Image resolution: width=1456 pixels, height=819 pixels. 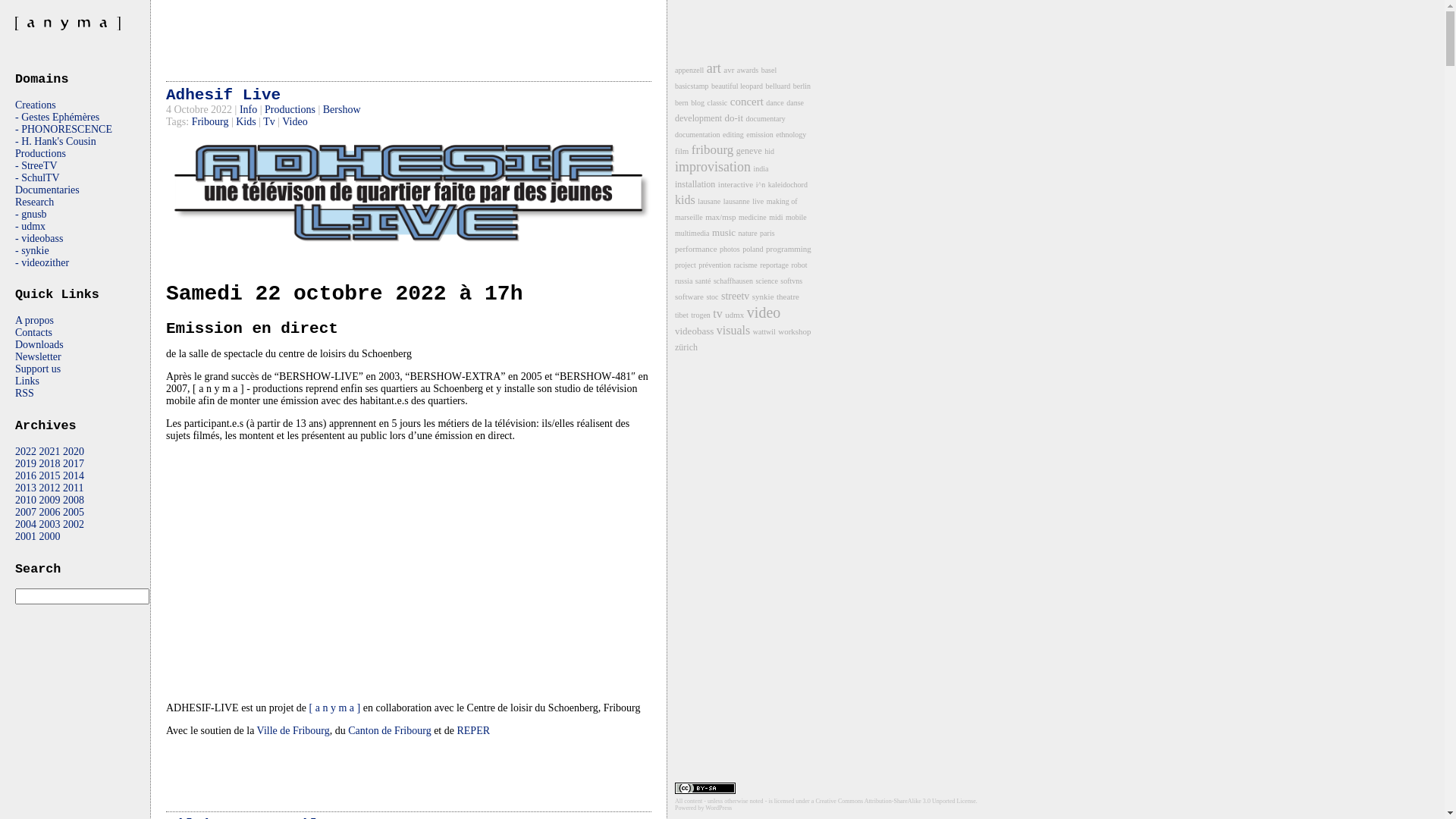 I want to click on 'performance', so click(x=695, y=247).